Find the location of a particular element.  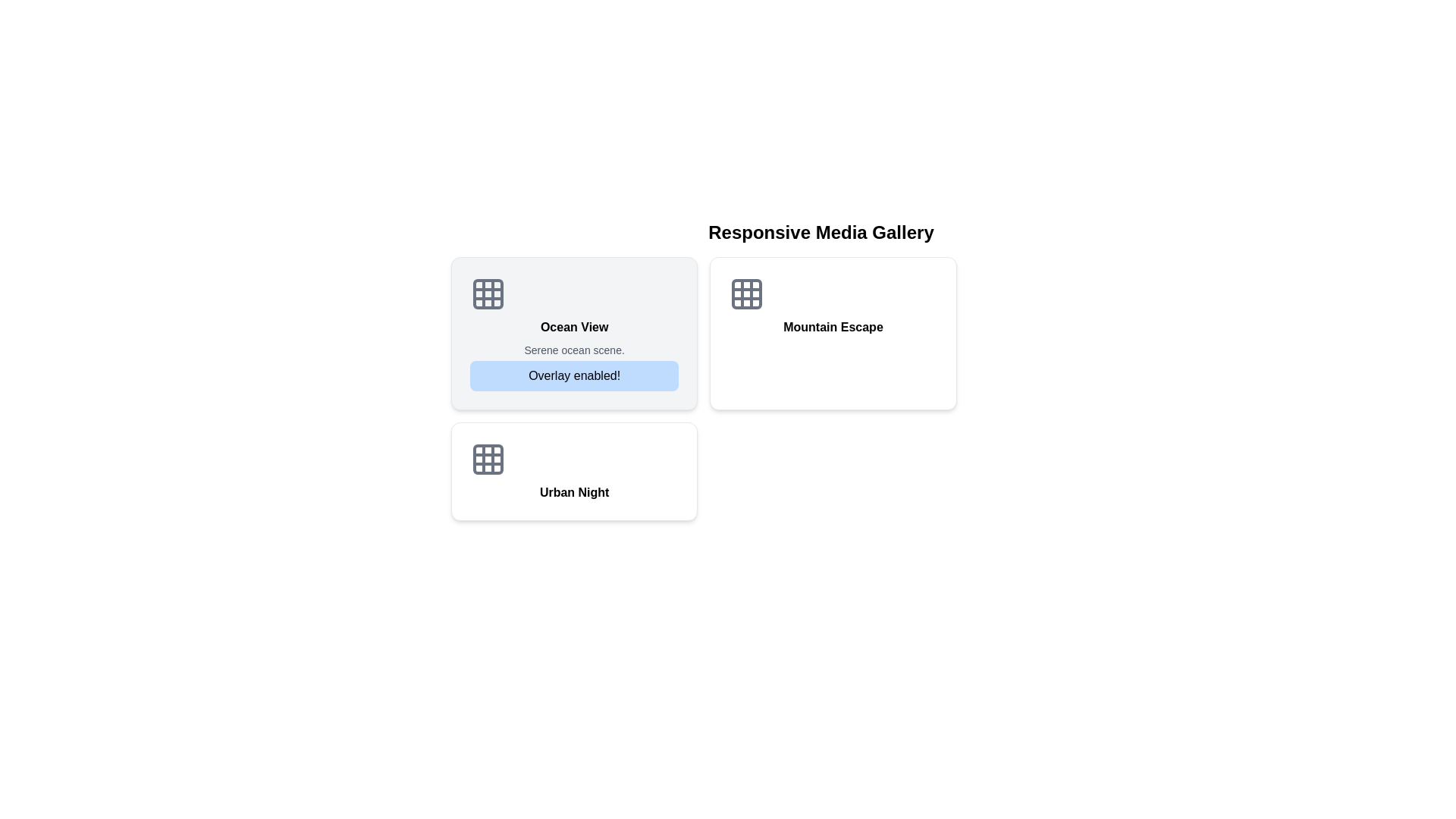

the grid layout selector icon located at the top center of the 'Urban Night' card in the lower-left of the grid of cards is located at coordinates (488, 458).